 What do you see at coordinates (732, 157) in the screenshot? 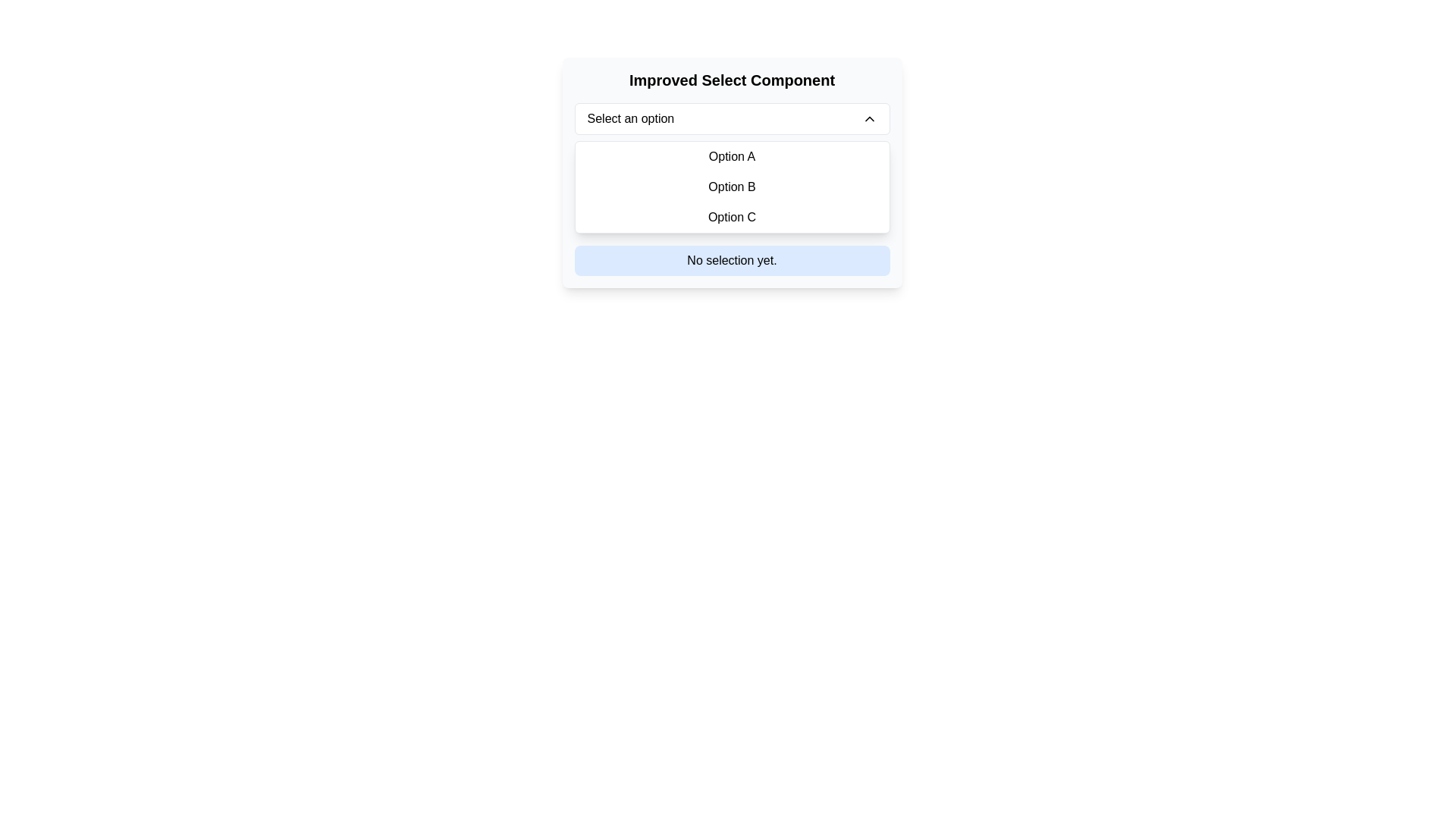
I see `the first list item labeled 'Option A'` at bounding box center [732, 157].